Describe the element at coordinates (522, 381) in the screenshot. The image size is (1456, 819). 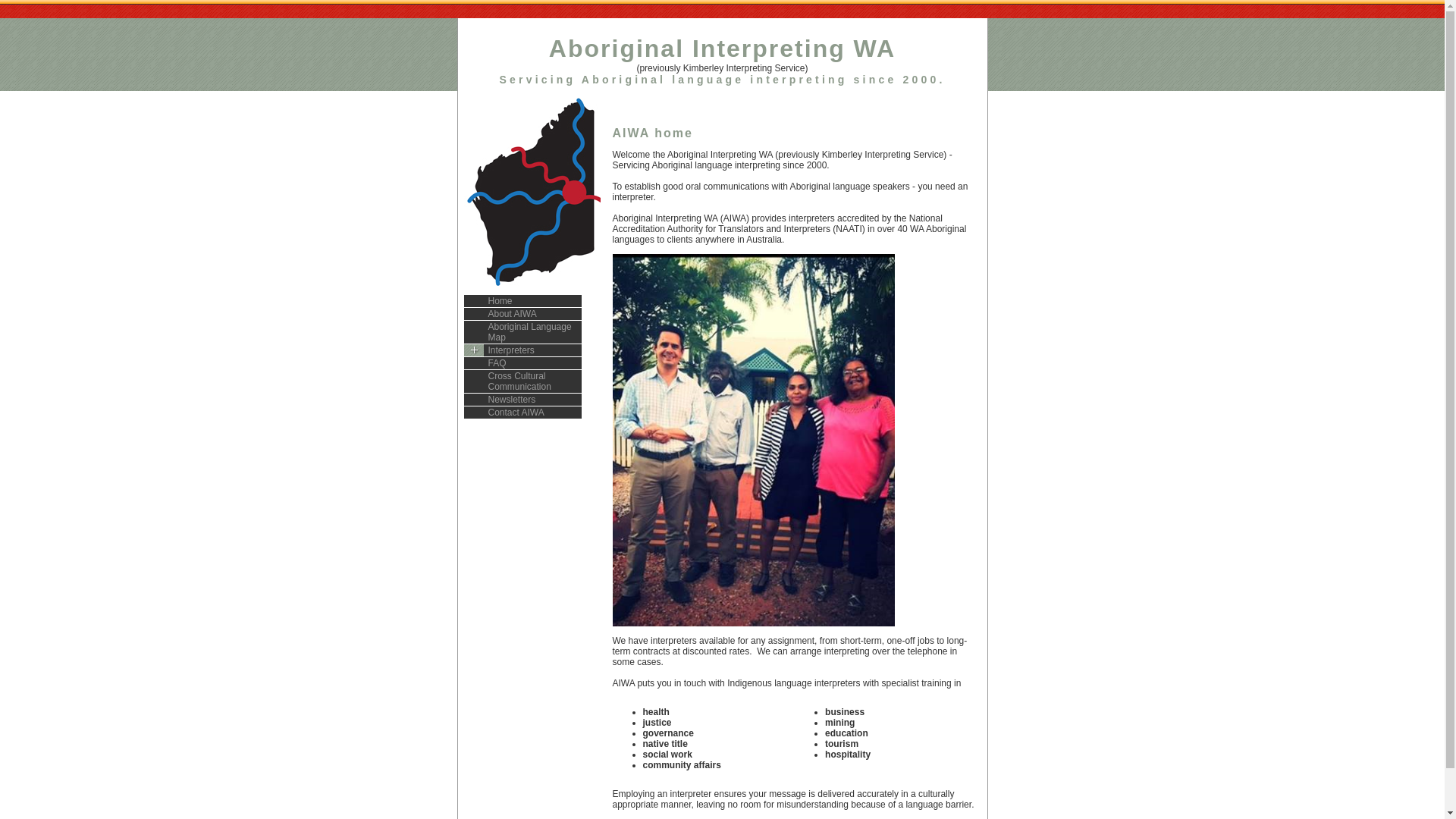
I see `'Cross Cultural Communication'` at that location.